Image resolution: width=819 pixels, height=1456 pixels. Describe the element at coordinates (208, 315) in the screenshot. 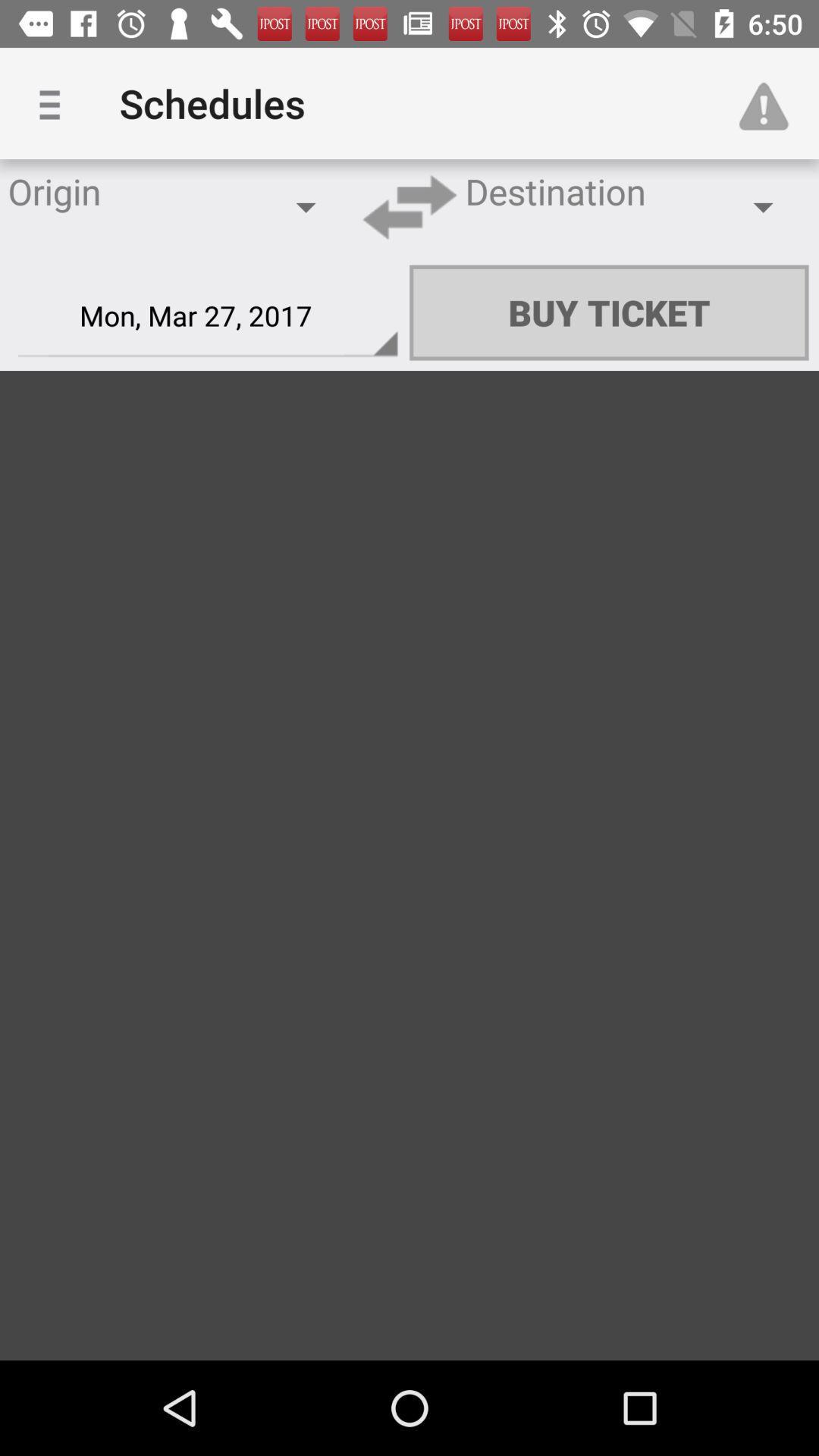

I see `the mon mar 27` at that location.